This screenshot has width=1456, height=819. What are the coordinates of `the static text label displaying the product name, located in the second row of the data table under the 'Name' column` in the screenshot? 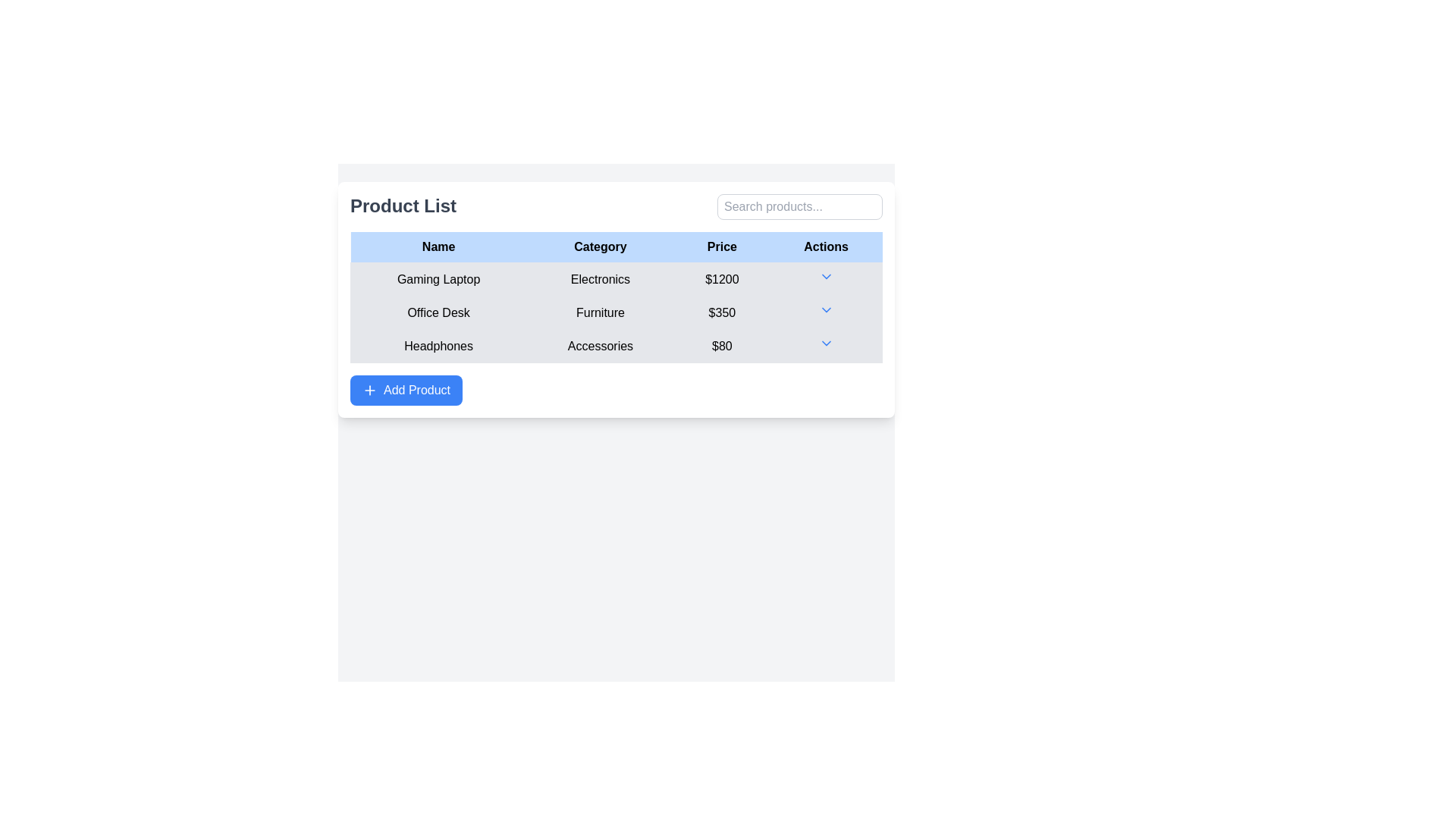 It's located at (438, 312).